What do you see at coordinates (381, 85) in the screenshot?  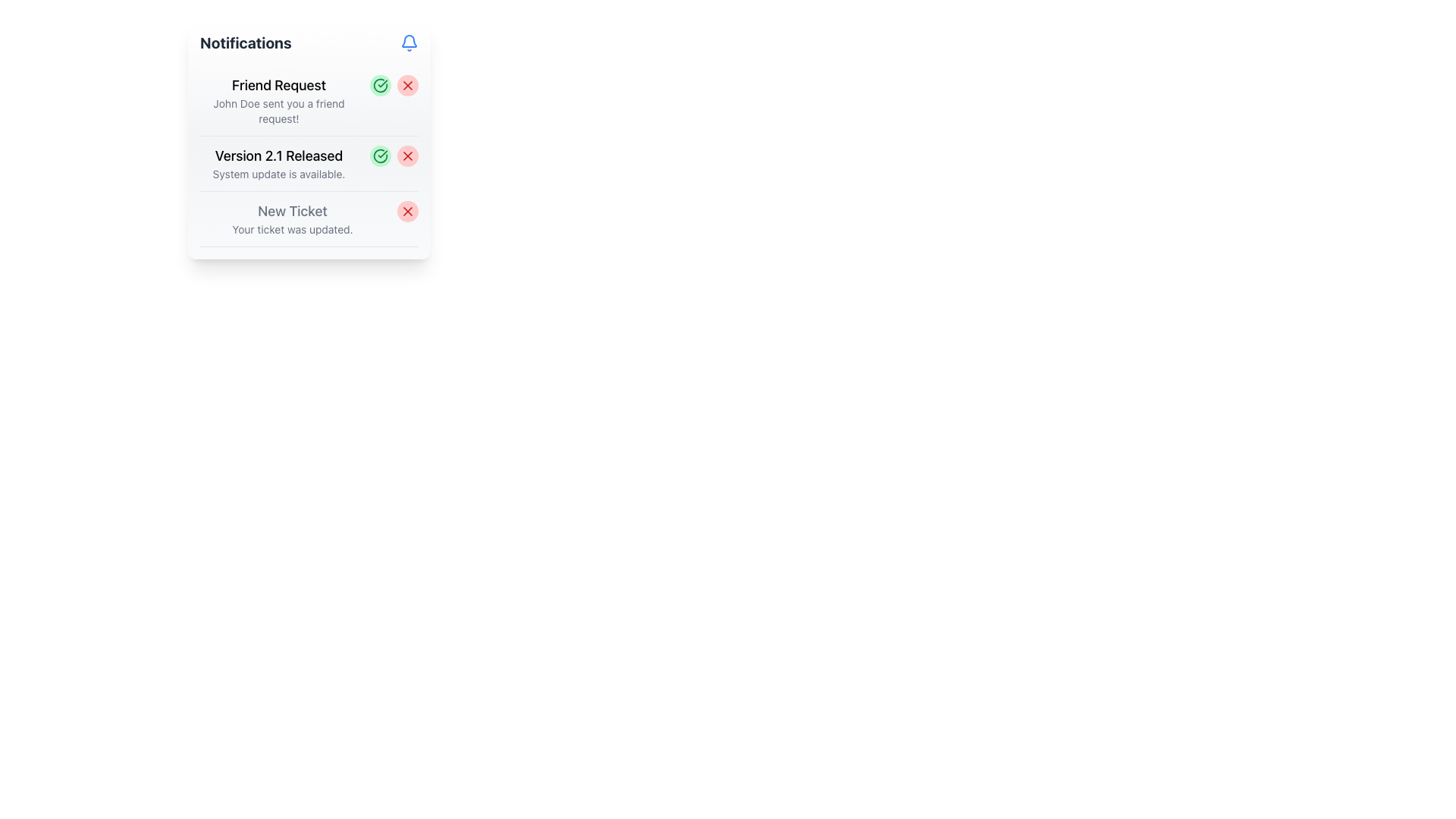 I see `the circular green outlined icon with a checkmark symbol located next to the notification titled 'Version 2.1 Released' in the notification panel` at bounding box center [381, 85].